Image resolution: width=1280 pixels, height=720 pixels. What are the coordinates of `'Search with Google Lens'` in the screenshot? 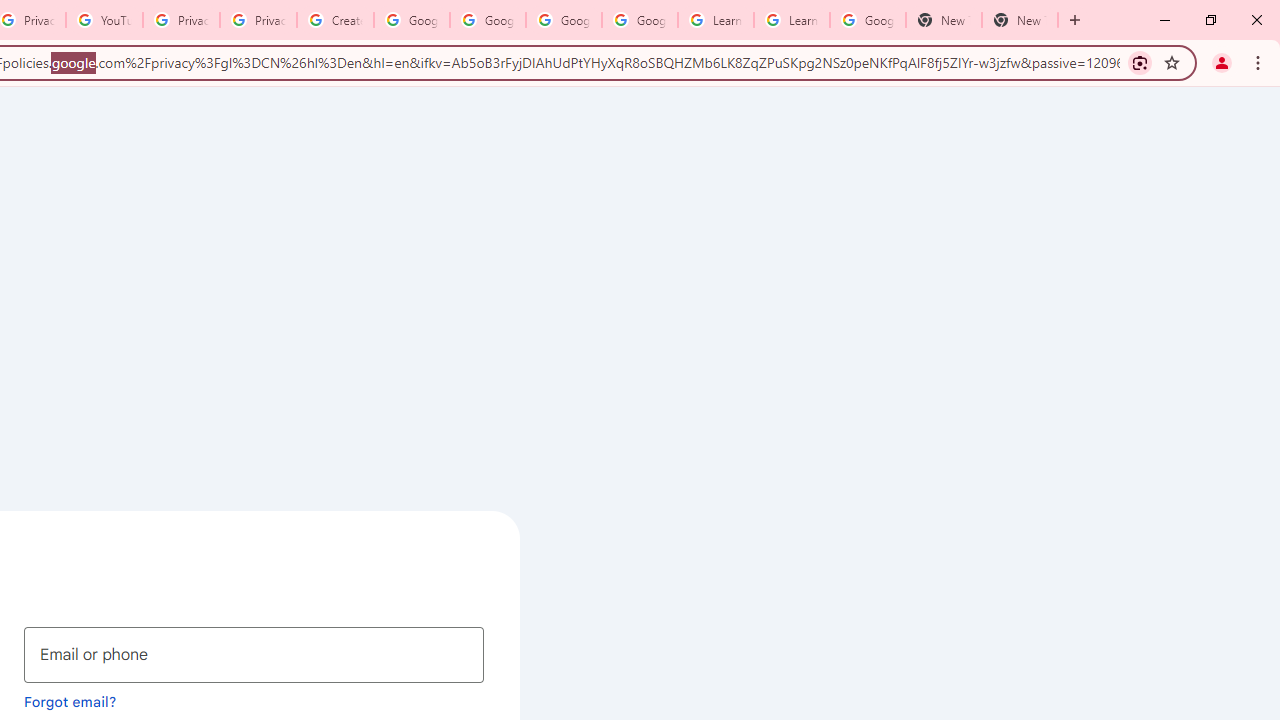 It's located at (1139, 61).